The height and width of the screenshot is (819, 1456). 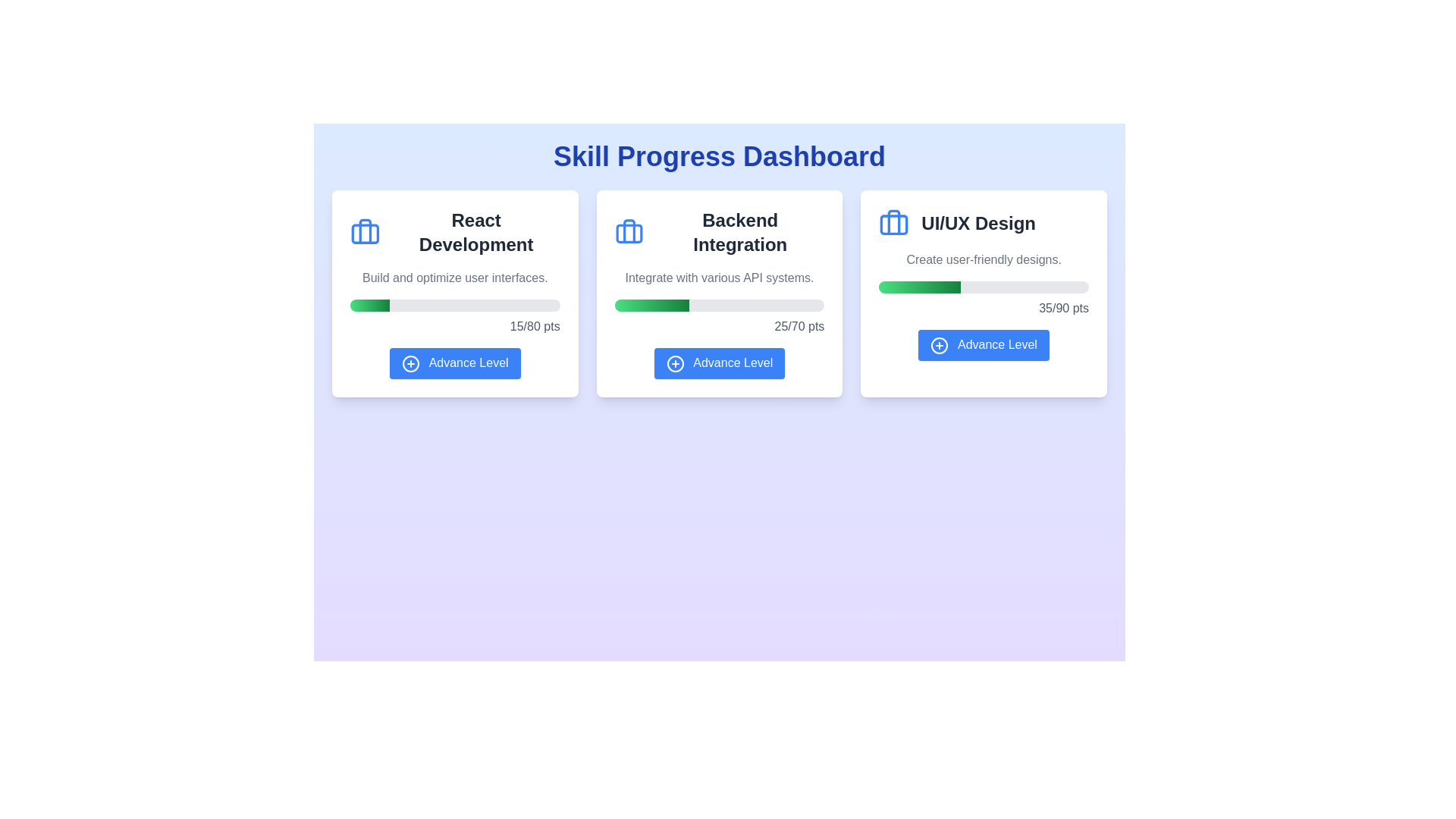 What do you see at coordinates (411, 363) in the screenshot?
I see `the icon representing the 'Advance Level' action located to the left of the text on the 'Advance Level' button within the 'React Development' card on the dashboard` at bounding box center [411, 363].